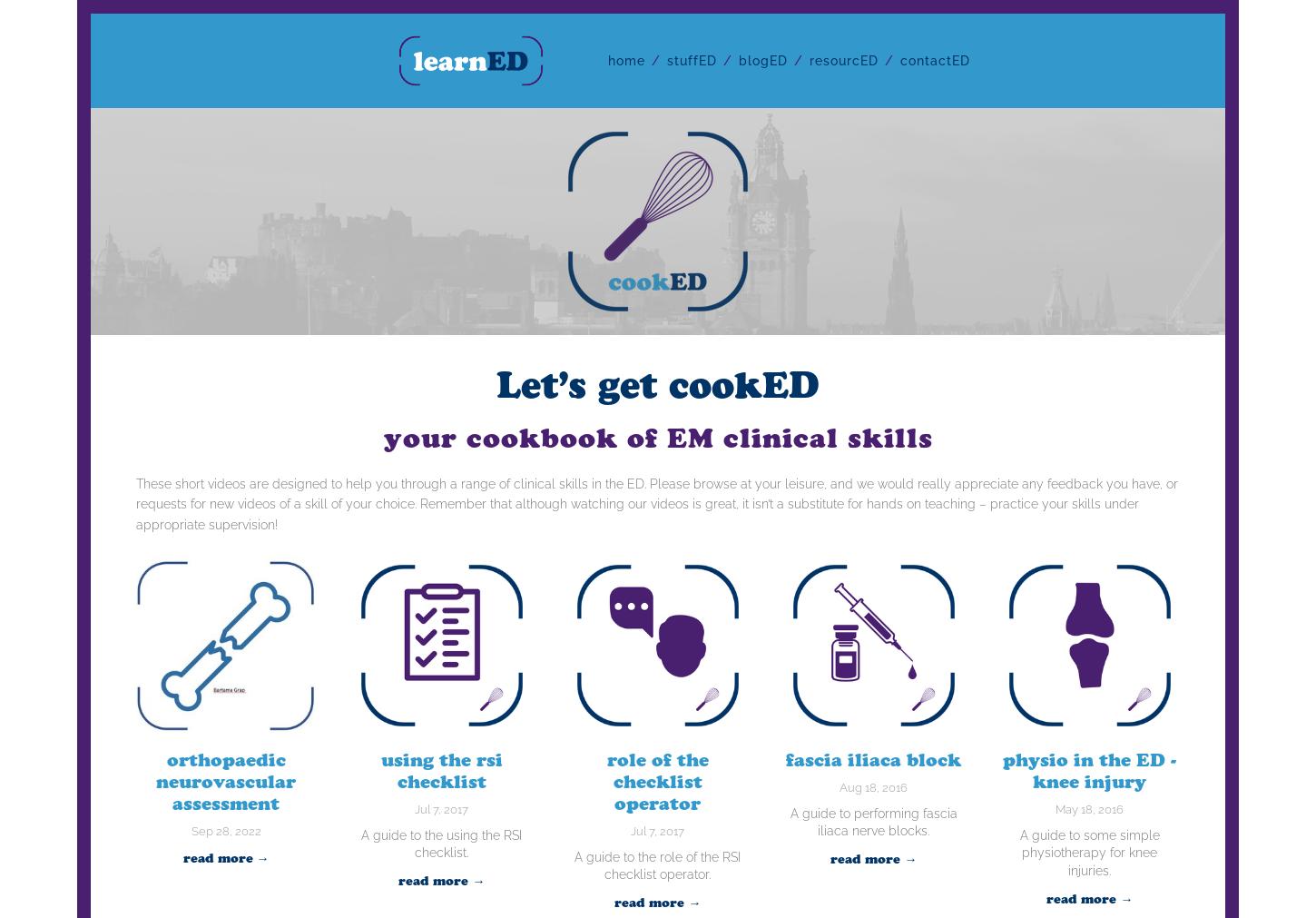 This screenshot has width=1316, height=918. Describe the element at coordinates (441, 844) in the screenshot. I see `'A guide to the using the RSI checklist.'` at that location.